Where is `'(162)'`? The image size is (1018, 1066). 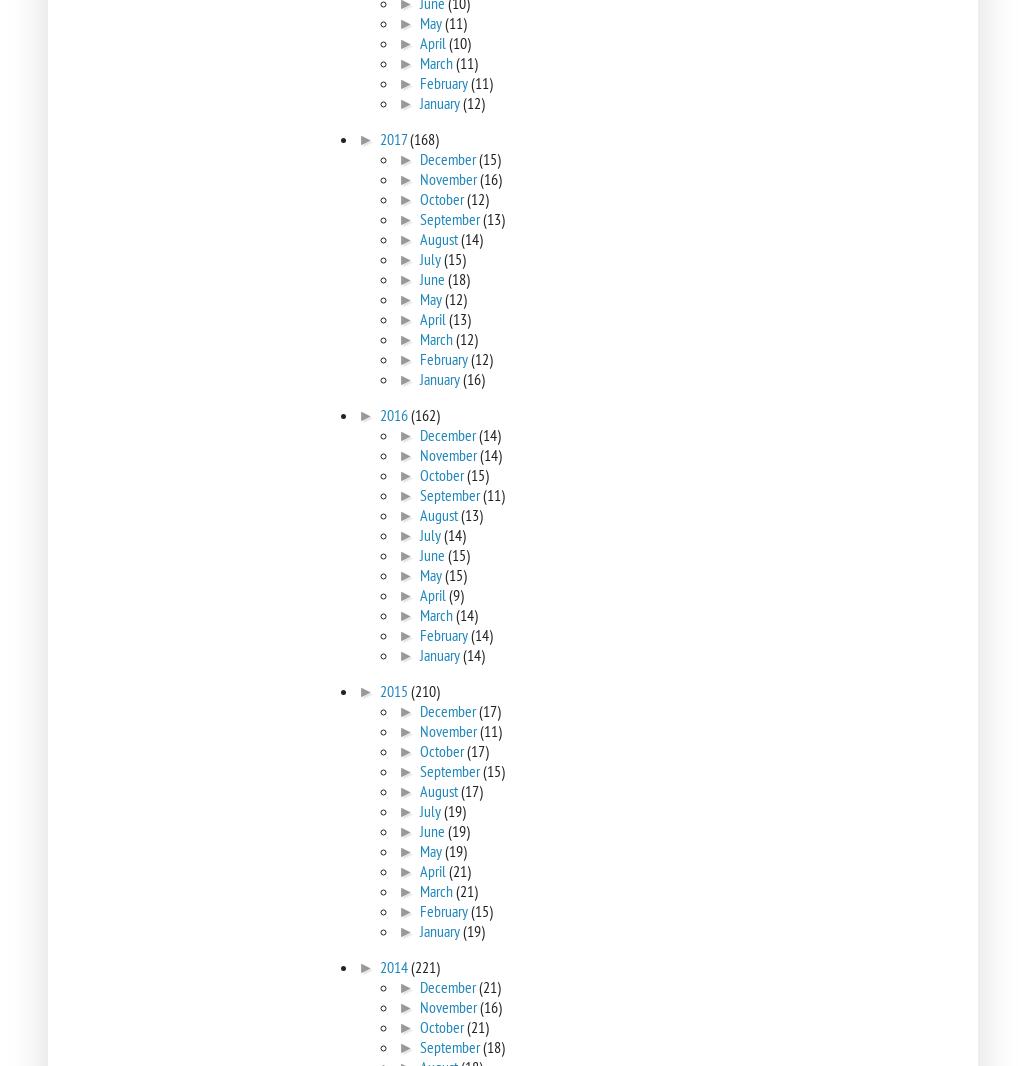
'(162)' is located at coordinates (409, 414).